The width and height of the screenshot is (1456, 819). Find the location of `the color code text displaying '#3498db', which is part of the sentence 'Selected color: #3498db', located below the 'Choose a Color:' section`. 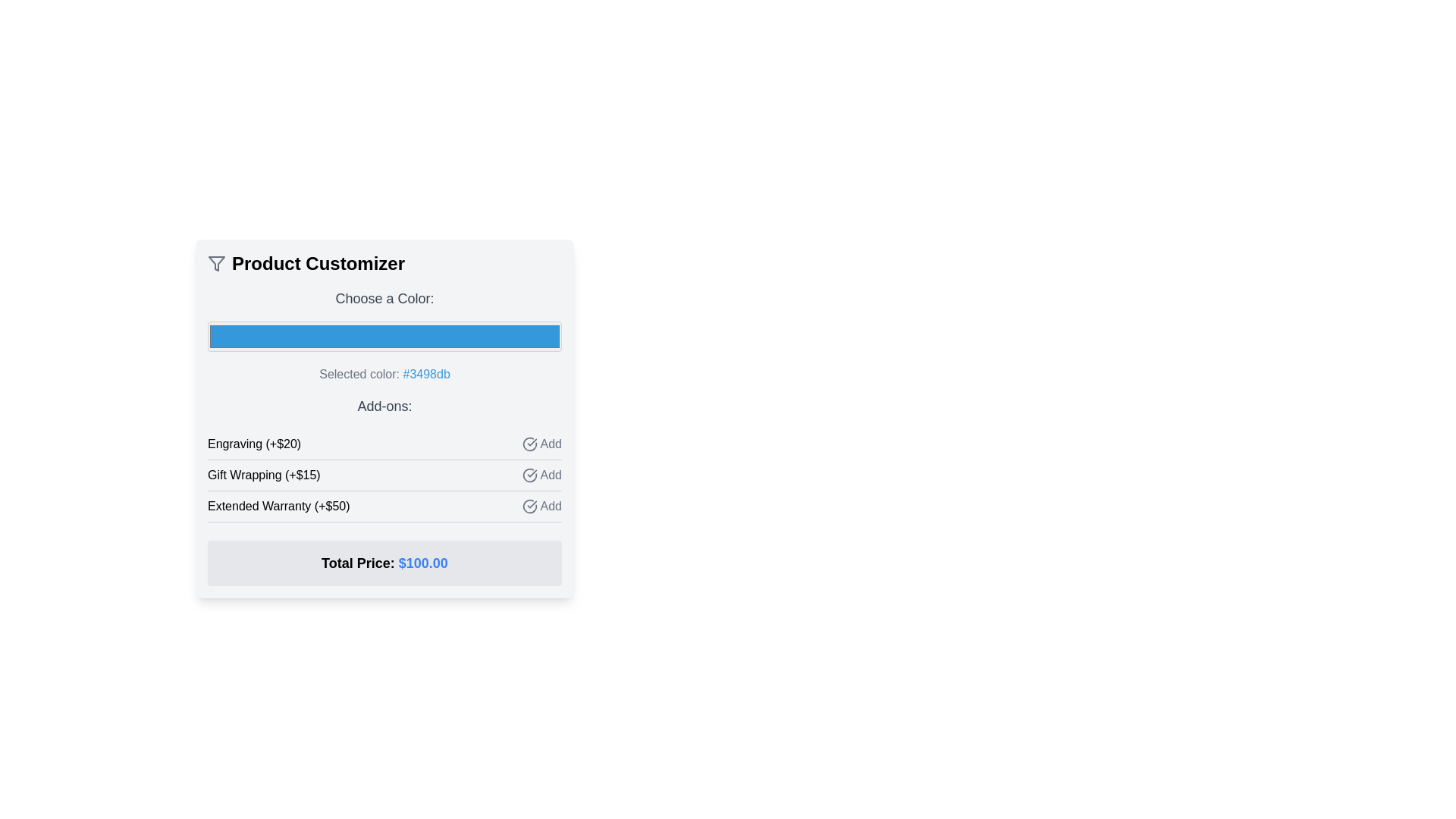

the color code text displaying '#3498db', which is part of the sentence 'Selected color: #3498db', located below the 'Choose a Color:' section is located at coordinates (425, 374).